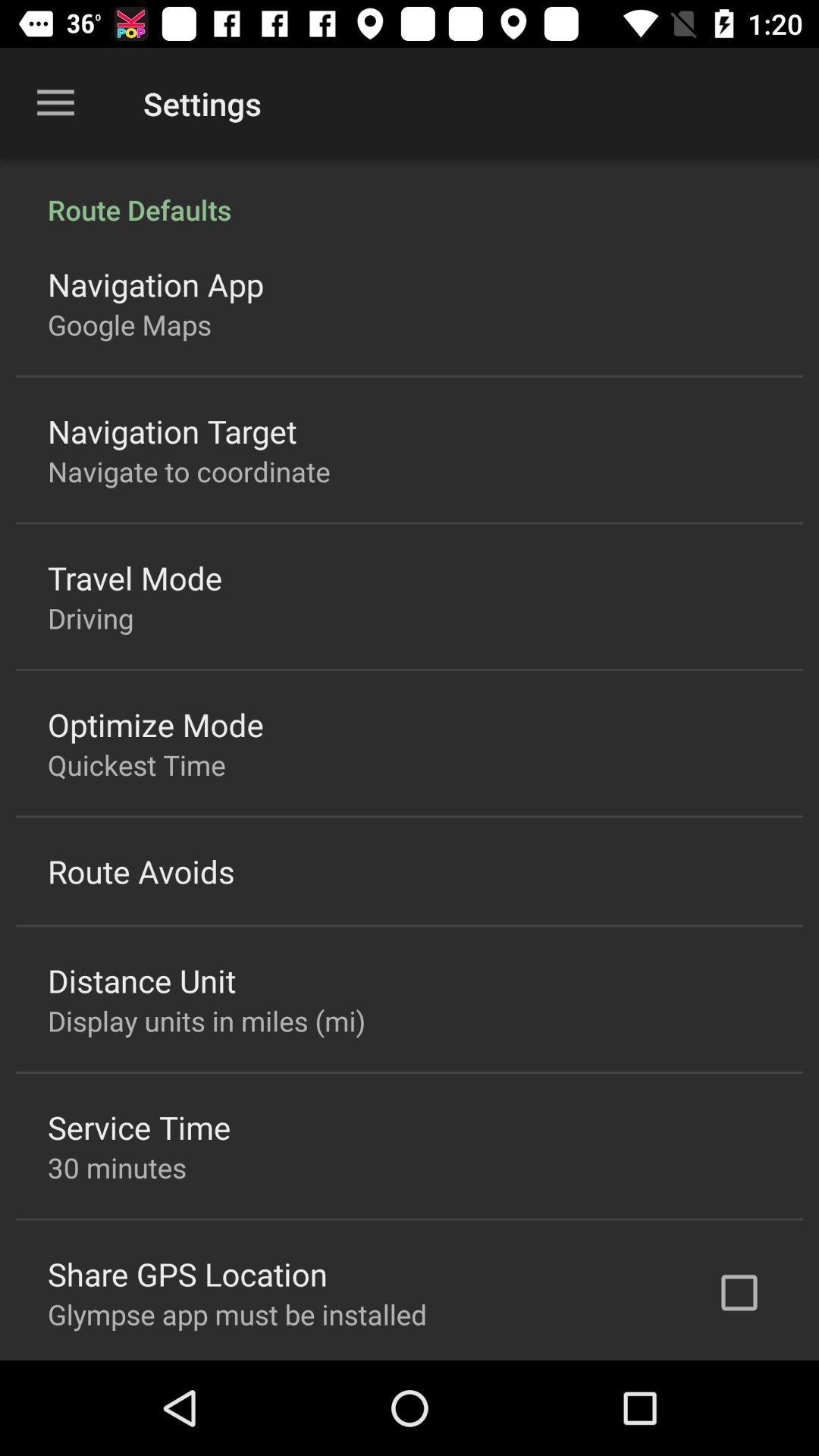 This screenshot has height=1456, width=819. Describe the element at coordinates (237, 1313) in the screenshot. I see `the glympse app must item` at that location.